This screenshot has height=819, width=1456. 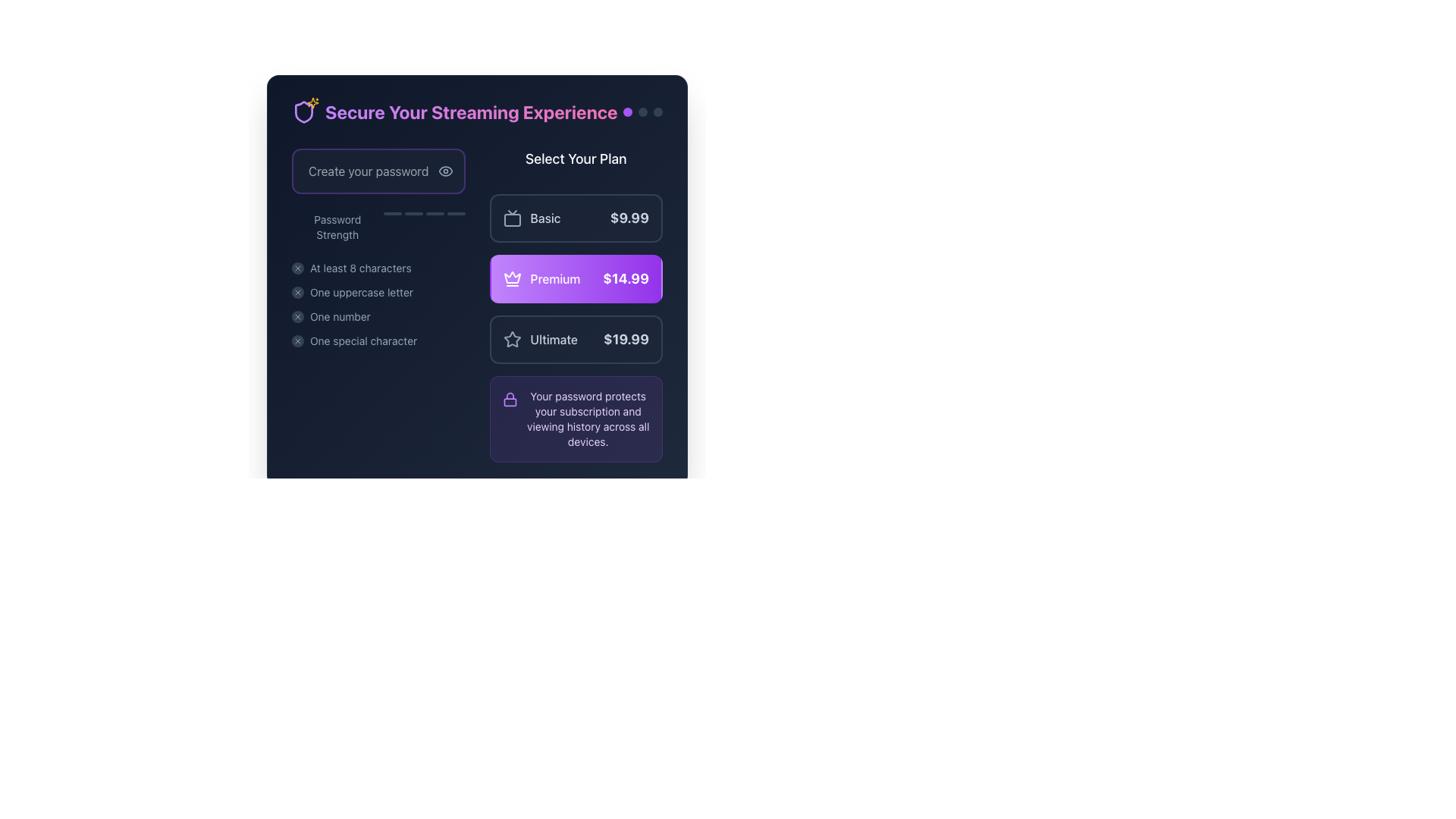 I want to click on the decorative emphasis icon located to the upper-right of the purple shield icon in the security-themed header, so click(x=312, y=102).